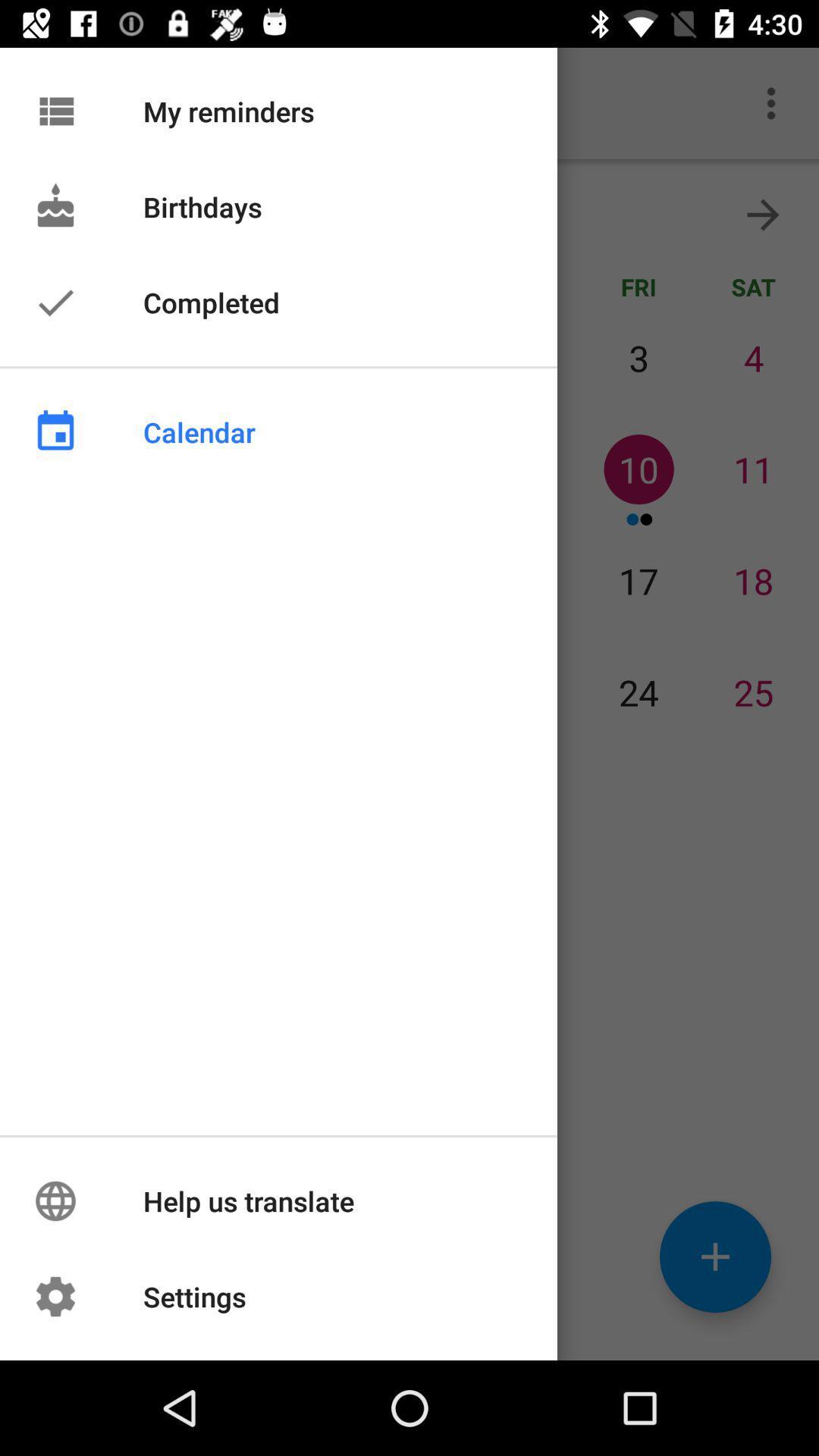 The width and height of the screenshot is (819, 1456). Describe the element at coordinates (763, 214) in the screenshot. I see `the arrow_forward icon` at that location.